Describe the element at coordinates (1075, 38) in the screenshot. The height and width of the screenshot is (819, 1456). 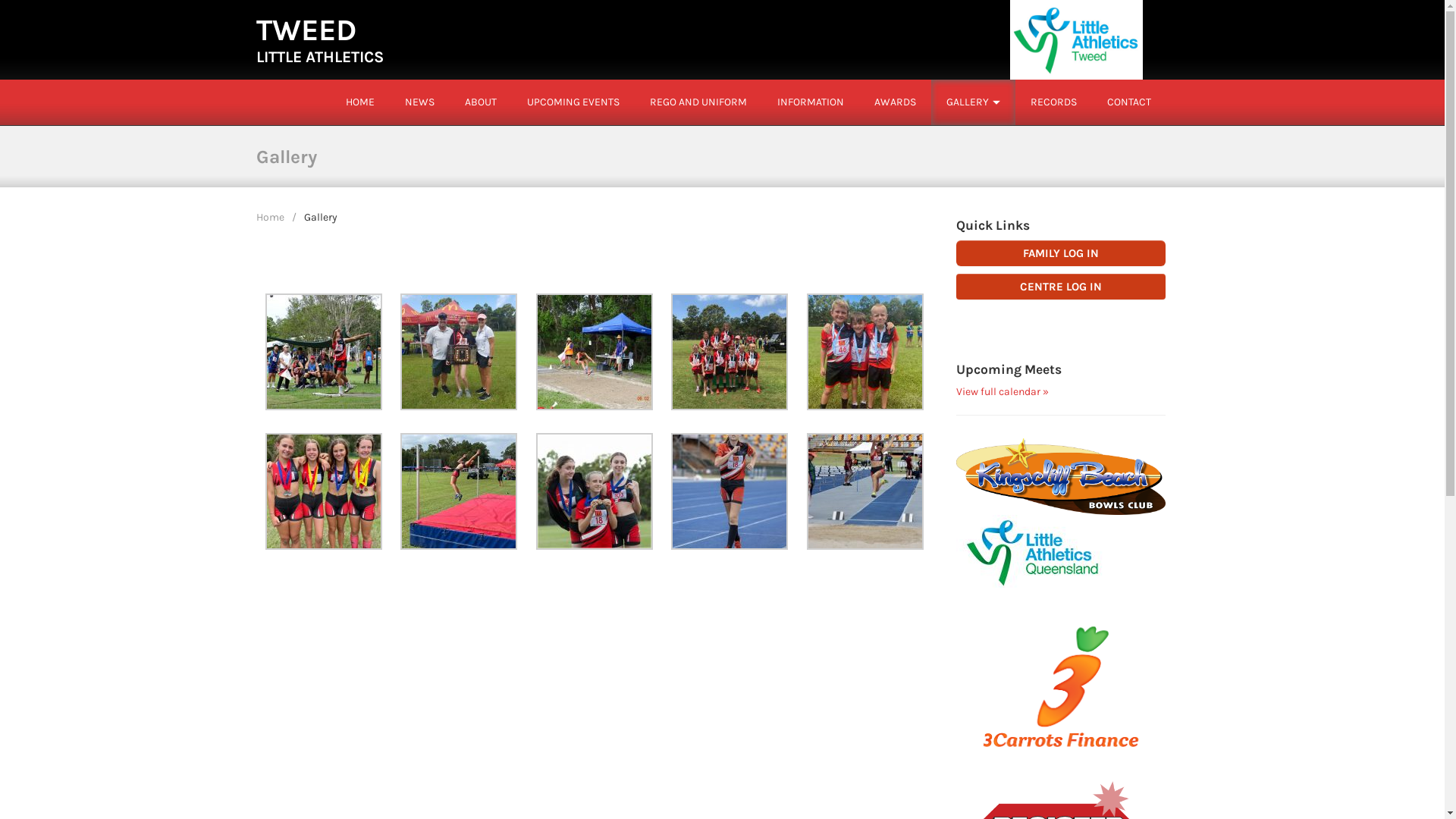
I see `'Tweed LAC'` at that location.